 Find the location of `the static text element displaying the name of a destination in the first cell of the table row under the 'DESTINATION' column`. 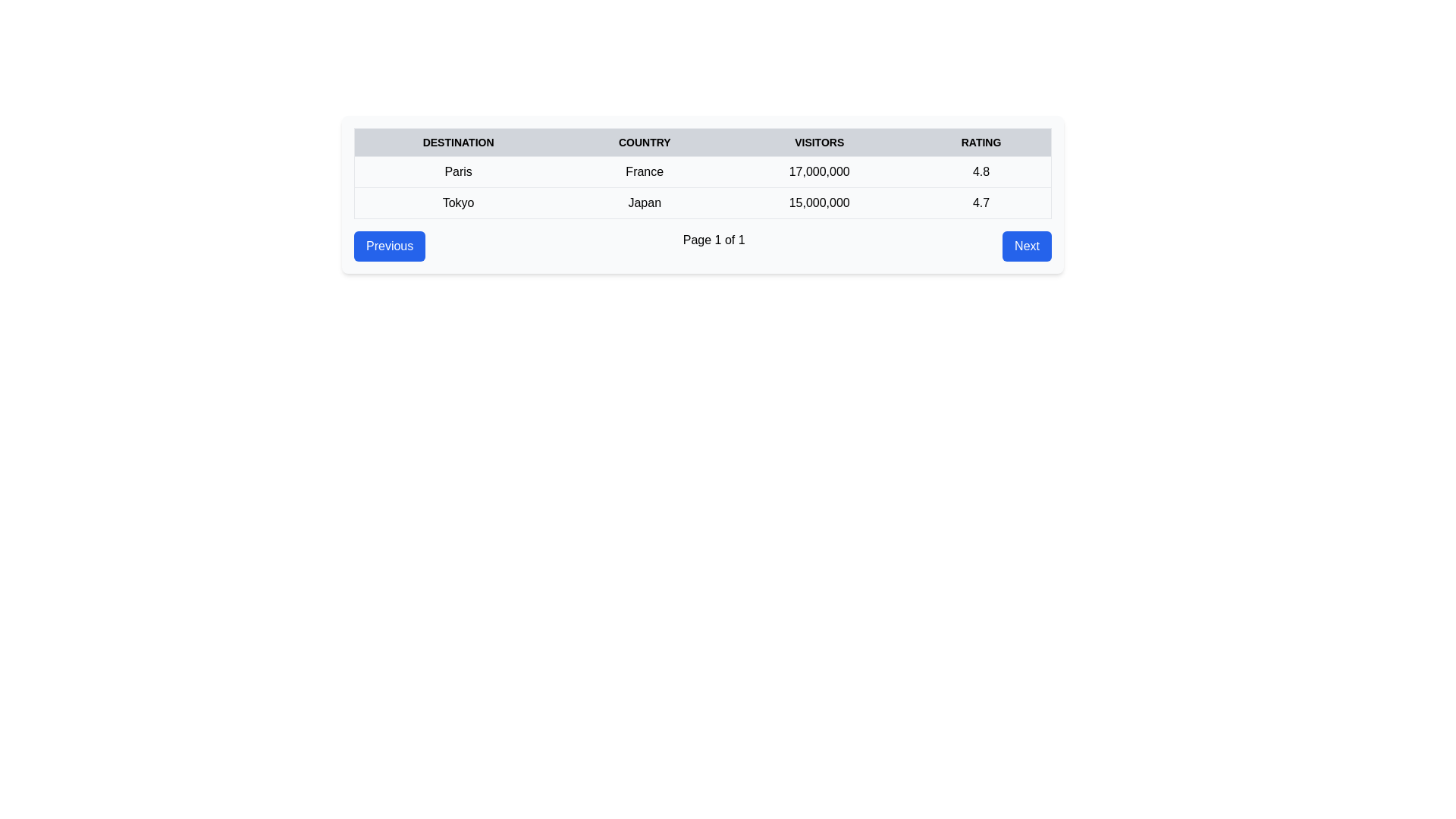

the static text element displaying the name of a destination in the first cell of the table row under the 'DESTINATION' column is located at coordinates (457, 171).